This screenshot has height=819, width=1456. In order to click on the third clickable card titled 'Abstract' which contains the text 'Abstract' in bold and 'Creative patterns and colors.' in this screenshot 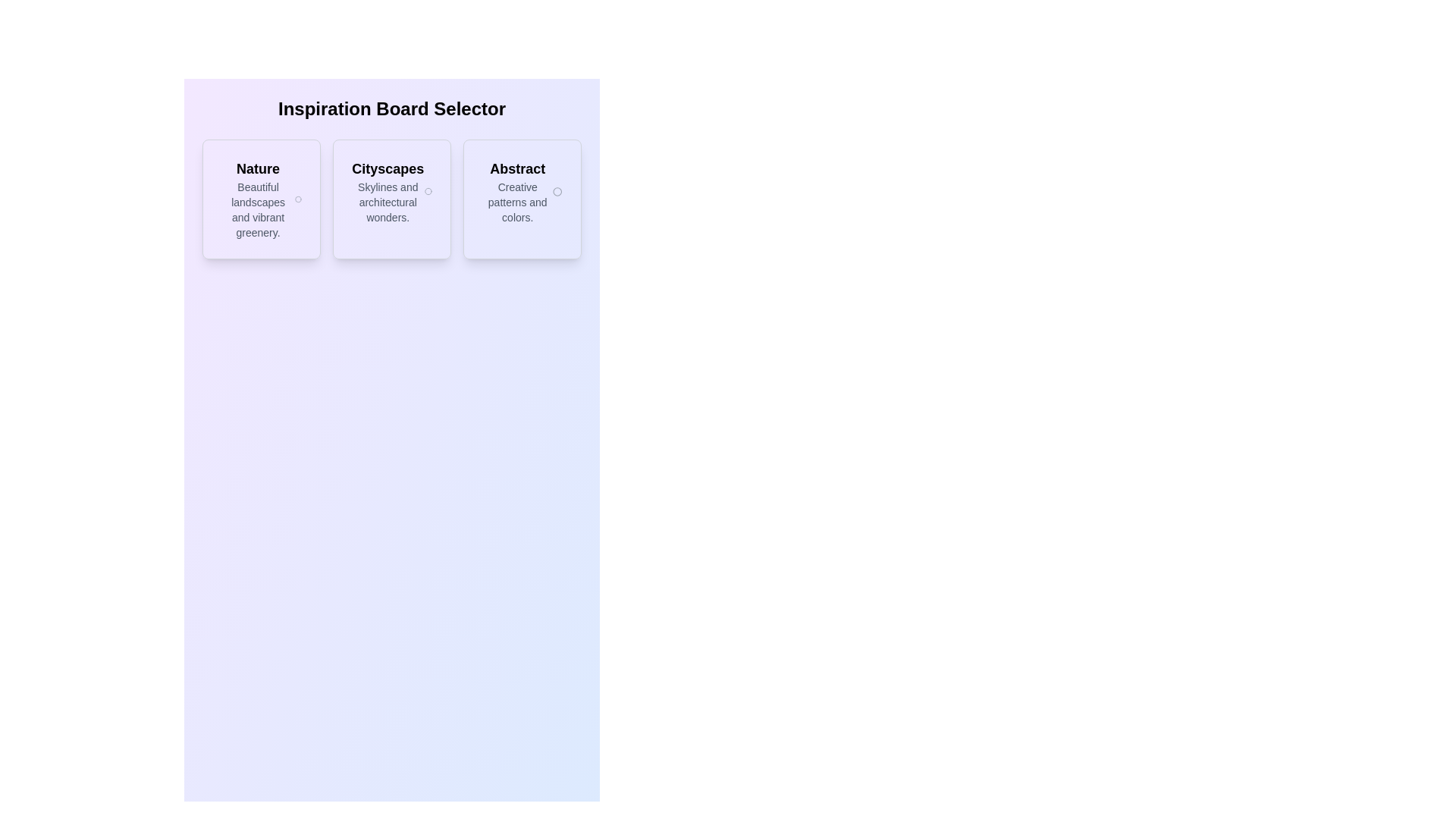, I will do `click(517, 191)`.